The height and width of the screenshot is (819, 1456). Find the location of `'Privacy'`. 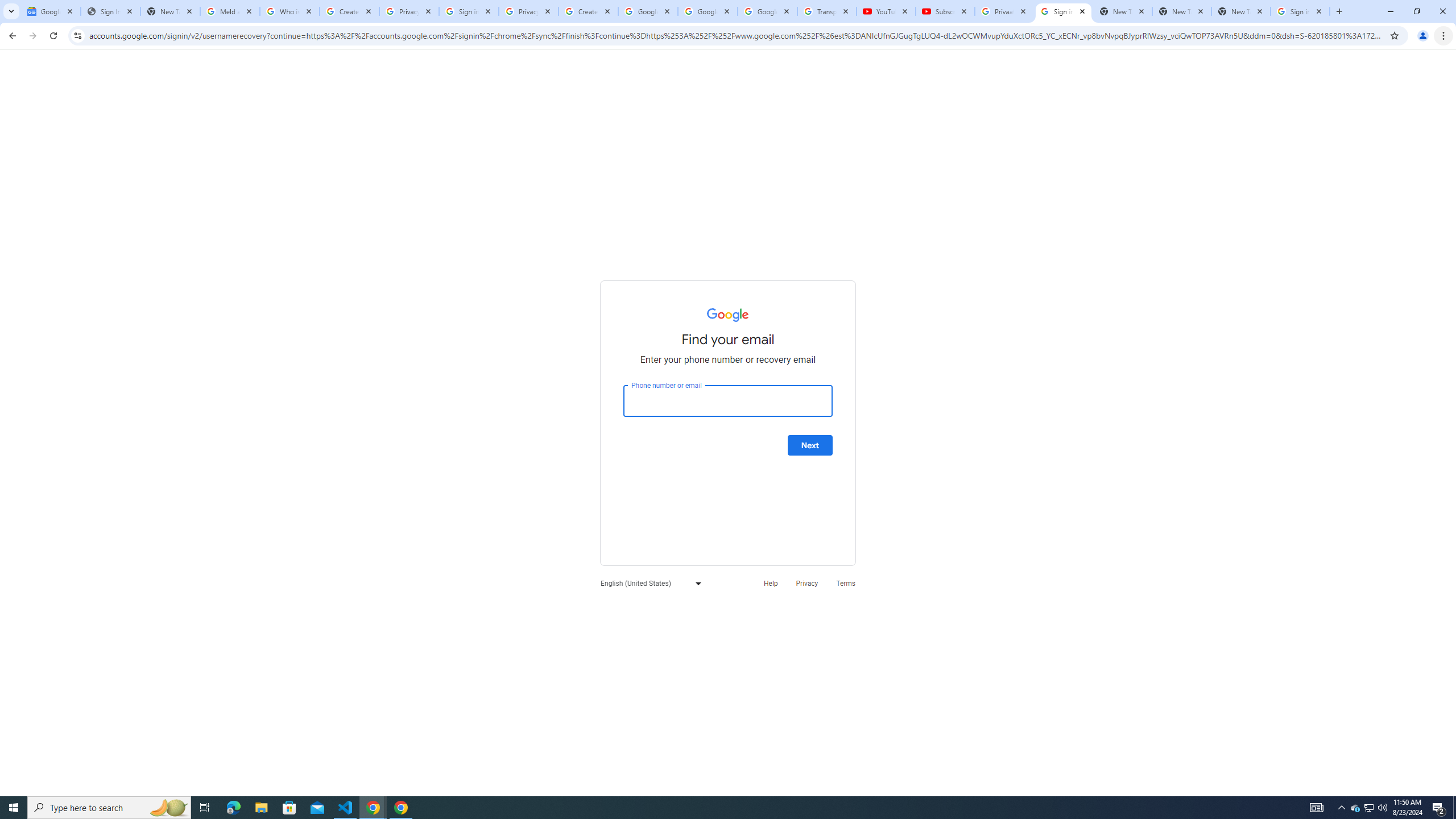

'Privacy' is located at coordinates (806, 583).